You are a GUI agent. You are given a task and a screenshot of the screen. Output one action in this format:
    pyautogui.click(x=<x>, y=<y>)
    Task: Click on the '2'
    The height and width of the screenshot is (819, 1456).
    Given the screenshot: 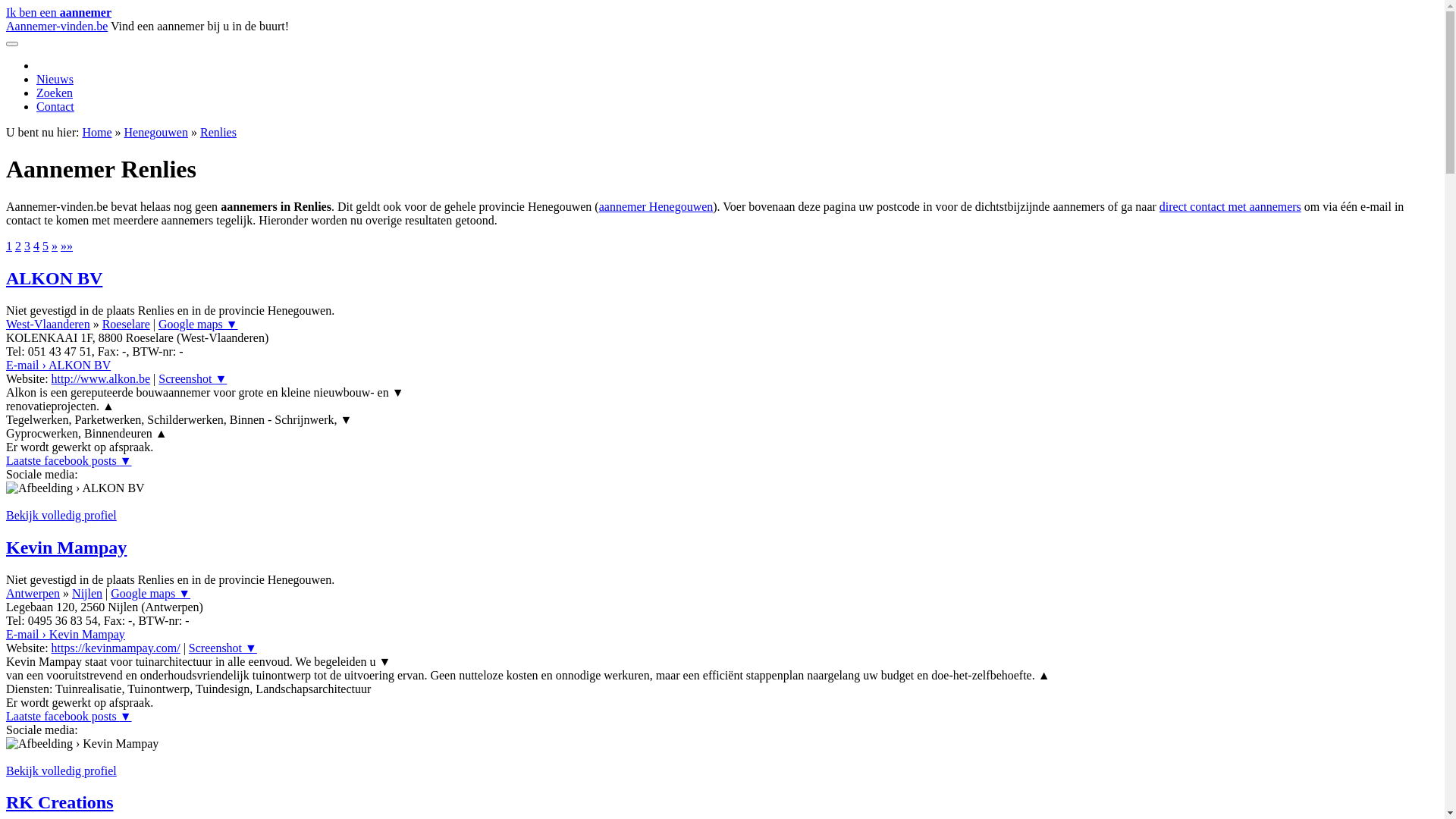 What is the action you would take?
    pyautogui.click(x=18, y=245)
    